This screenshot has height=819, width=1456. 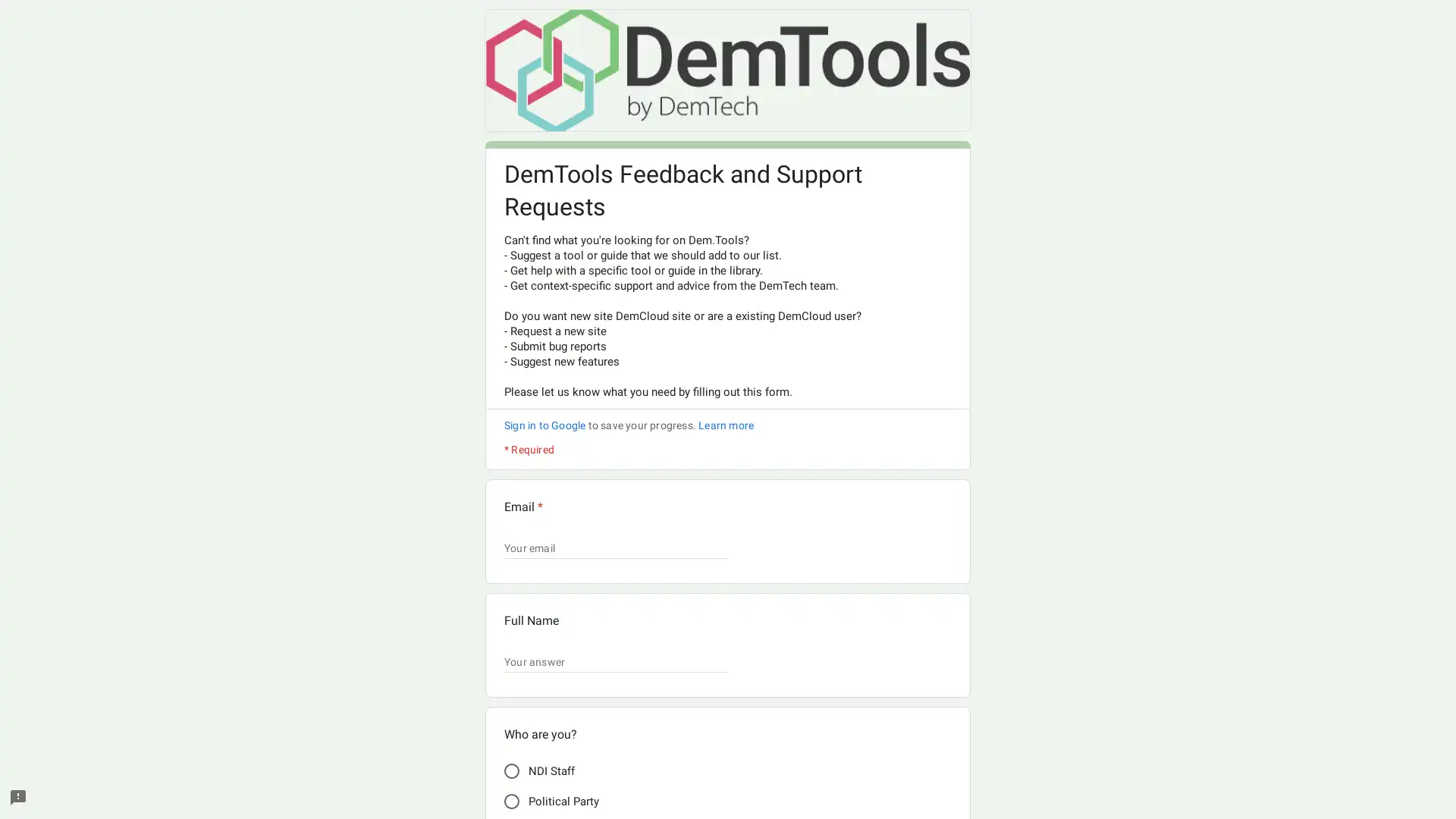 What do you see at coordinates (725, 425) in the screenshot?
I see `Learn more` at bounding box center [725, 425].